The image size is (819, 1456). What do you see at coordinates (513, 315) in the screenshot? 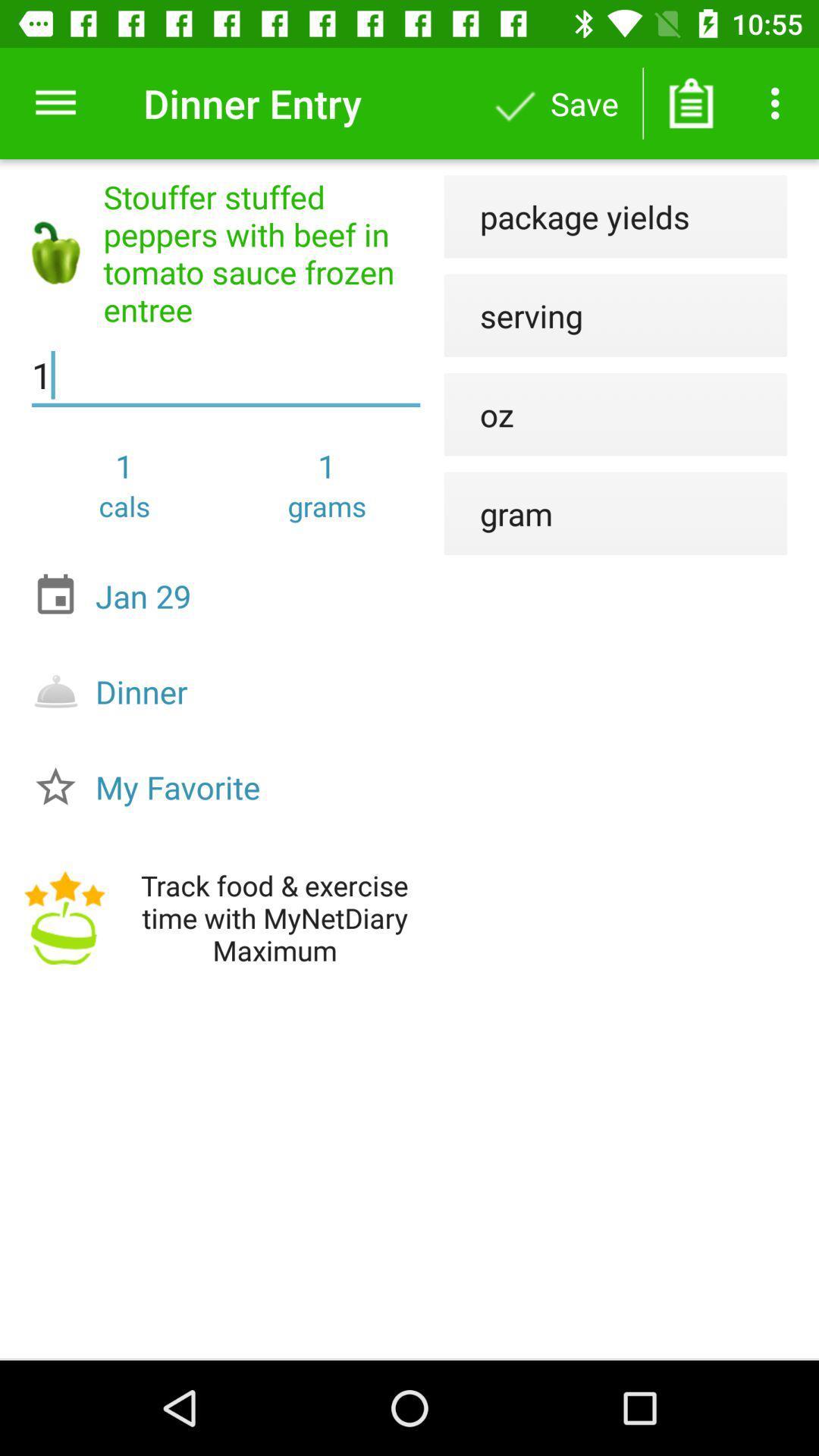
I see `the icon next to stouffer stuffed peppers` at bounding box center [513, 315].